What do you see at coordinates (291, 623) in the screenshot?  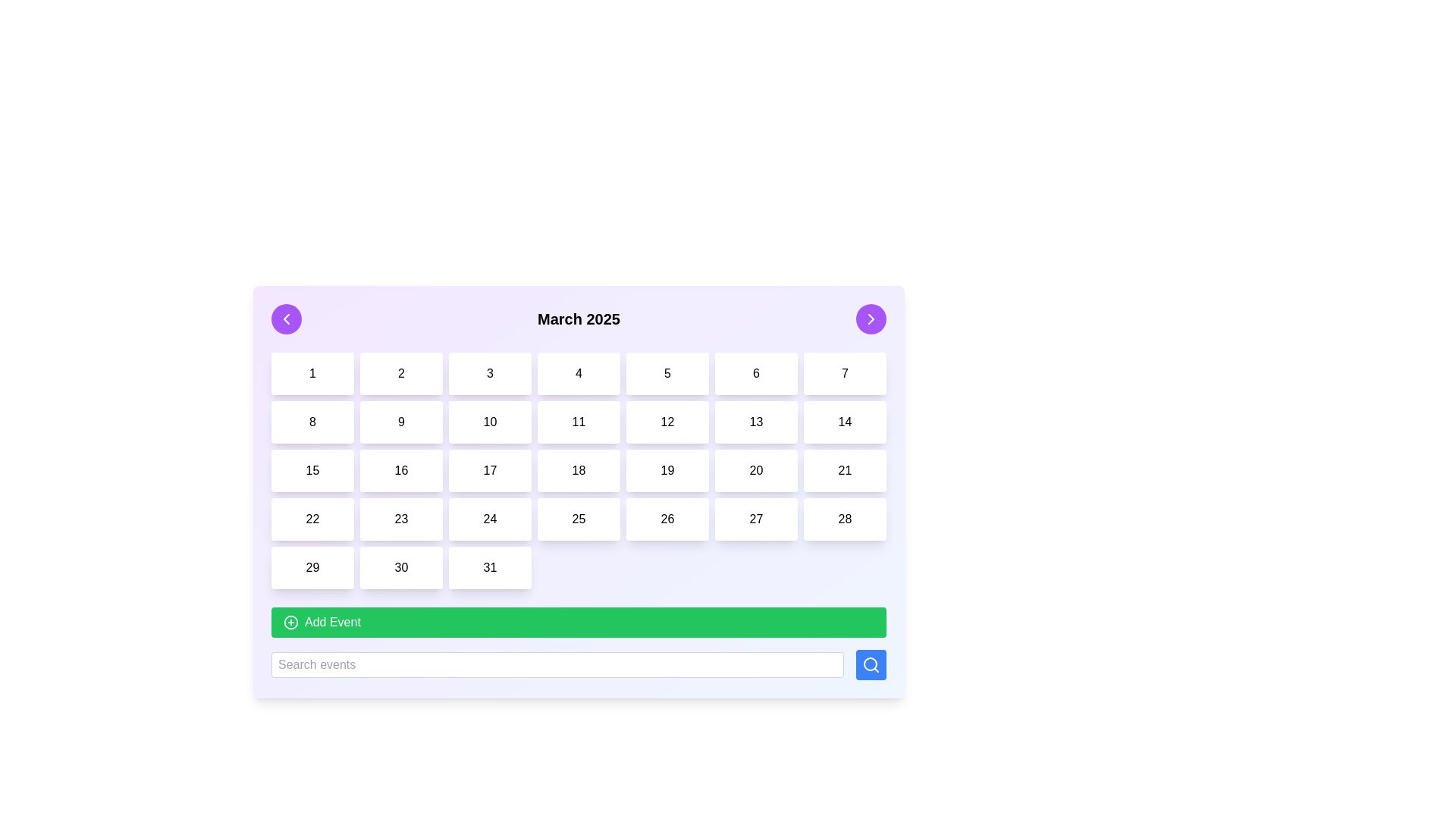 I see `the green button located to the left of the 'Add Event' text label at the bottom of the calendar interface` at bounding box center [291, 623].